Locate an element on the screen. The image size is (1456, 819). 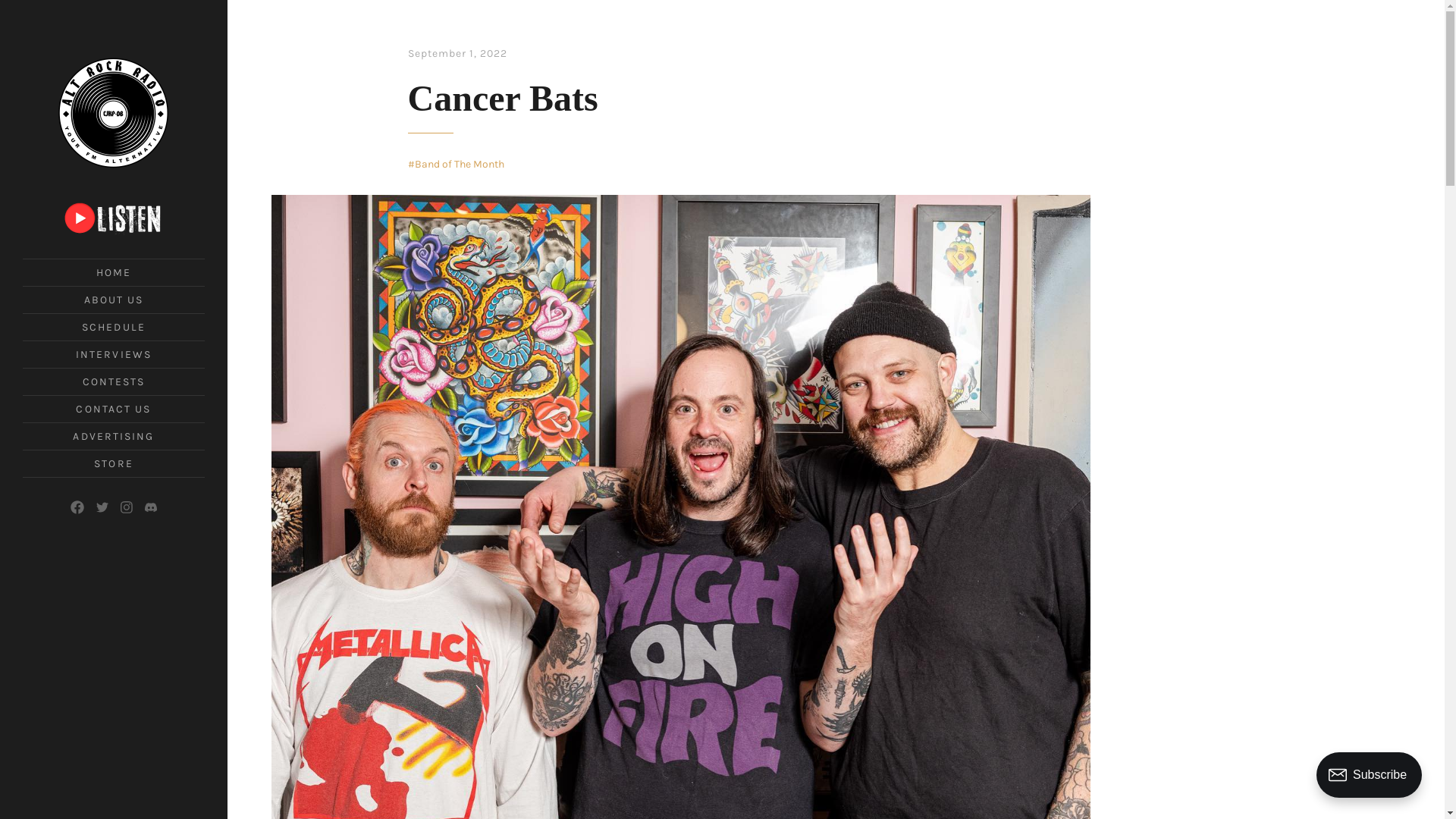
'SCHEDULE' is located at coordinates (112, 326).